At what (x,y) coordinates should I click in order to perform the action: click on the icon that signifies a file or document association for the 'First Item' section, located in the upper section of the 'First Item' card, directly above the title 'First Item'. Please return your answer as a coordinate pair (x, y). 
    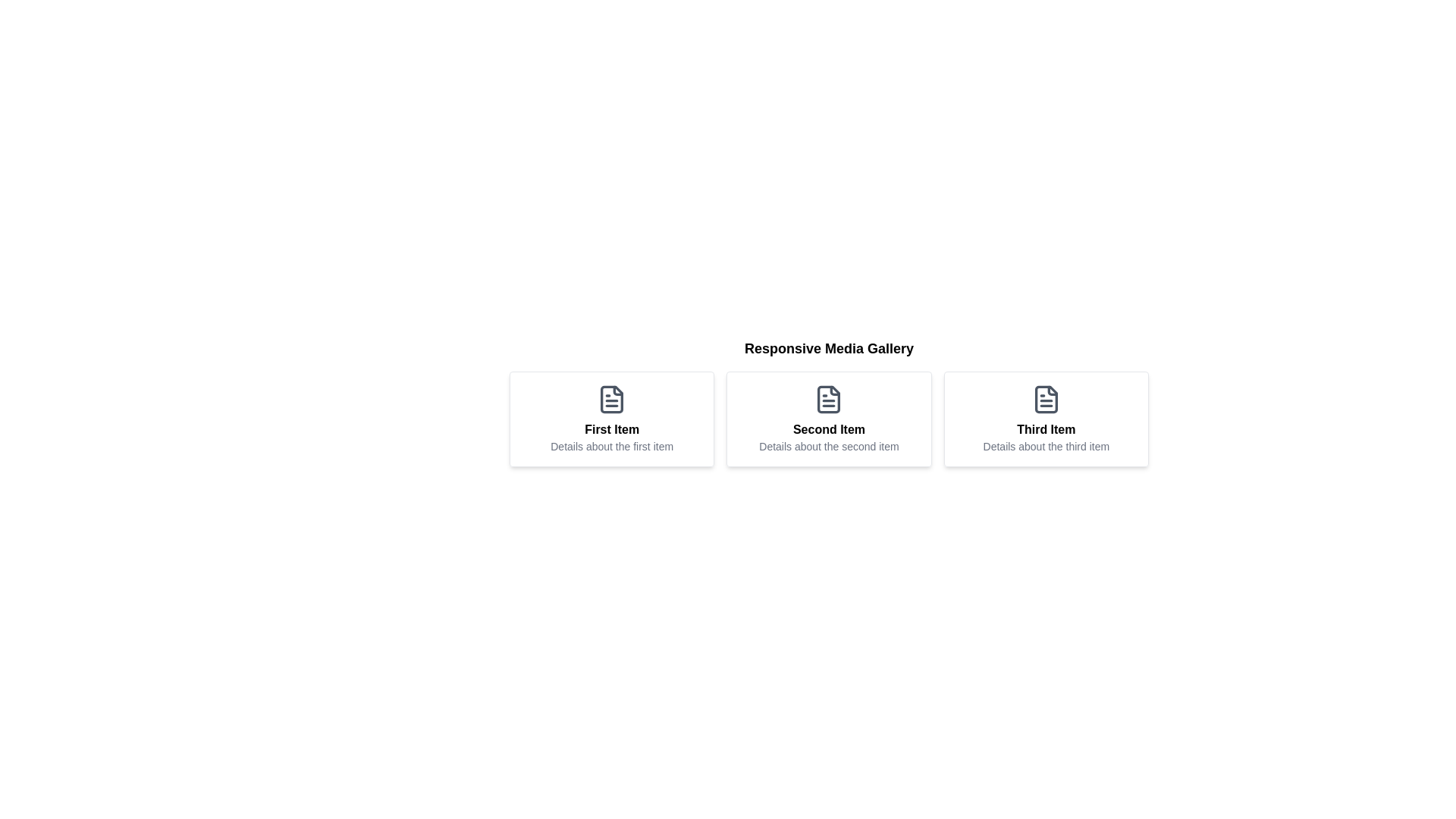
    Looking at the image, I should click on (612, 399).